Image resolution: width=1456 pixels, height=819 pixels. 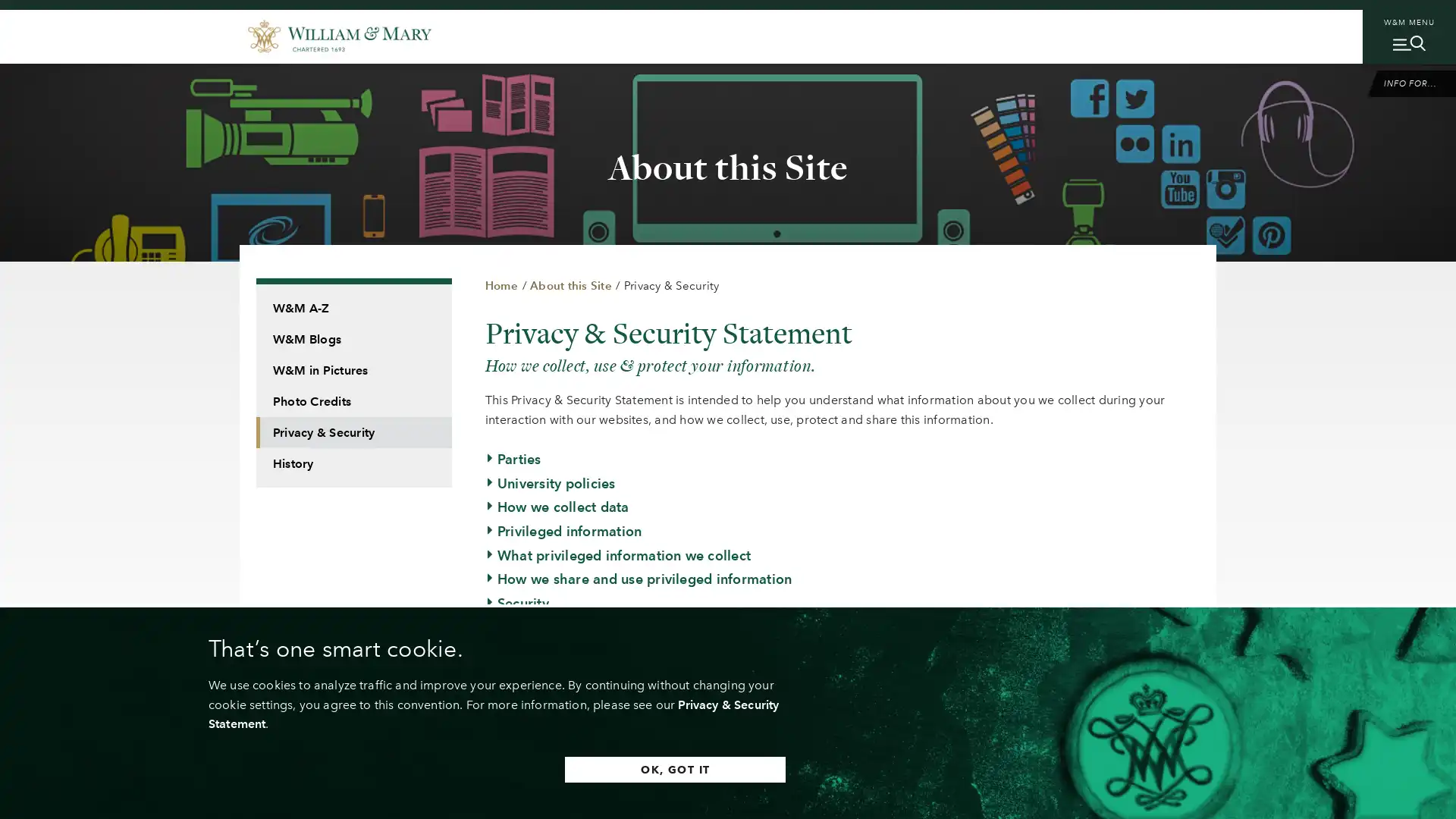 What do you see at coordinates (549, 482) in the screenshot?
I see `University policies` at bounding box center [549, 482].